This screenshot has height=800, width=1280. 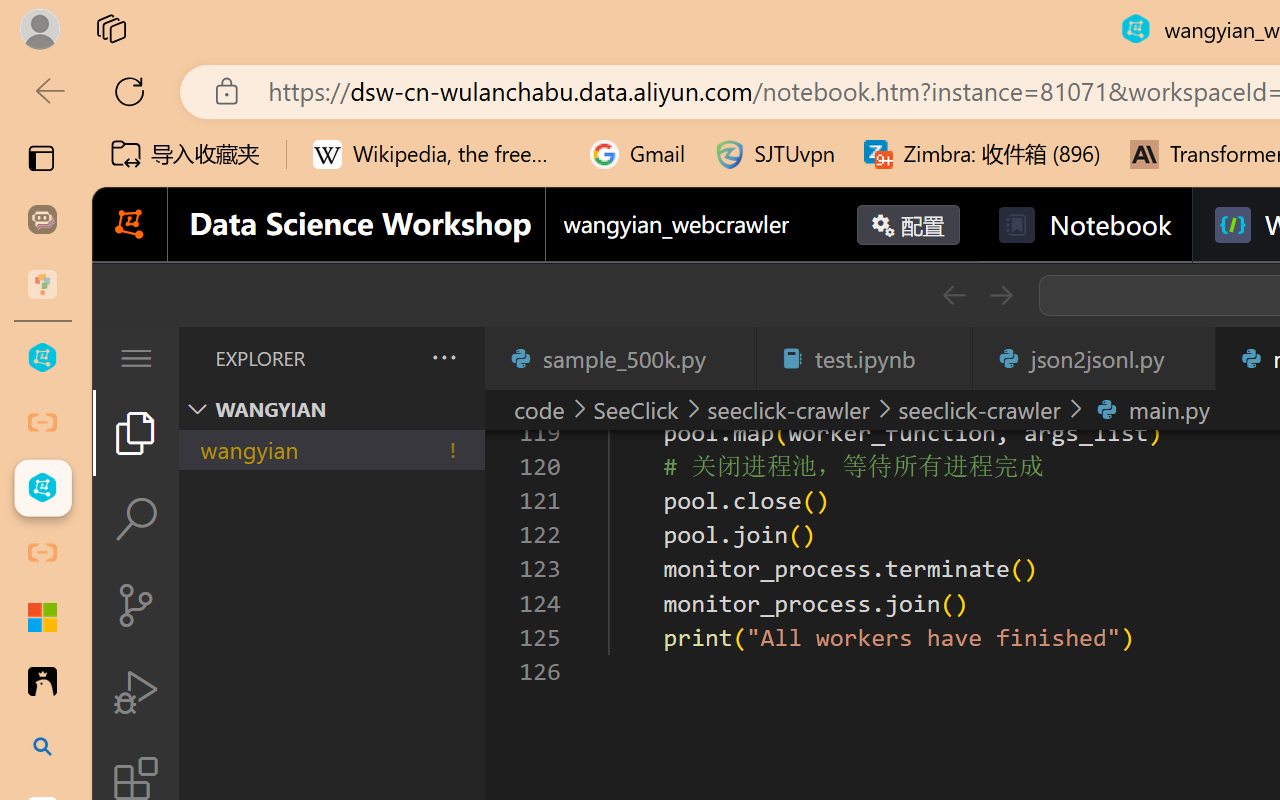 I want to click on 'Wikipedia, the free encyclopedia', so click(x=436, y=154).